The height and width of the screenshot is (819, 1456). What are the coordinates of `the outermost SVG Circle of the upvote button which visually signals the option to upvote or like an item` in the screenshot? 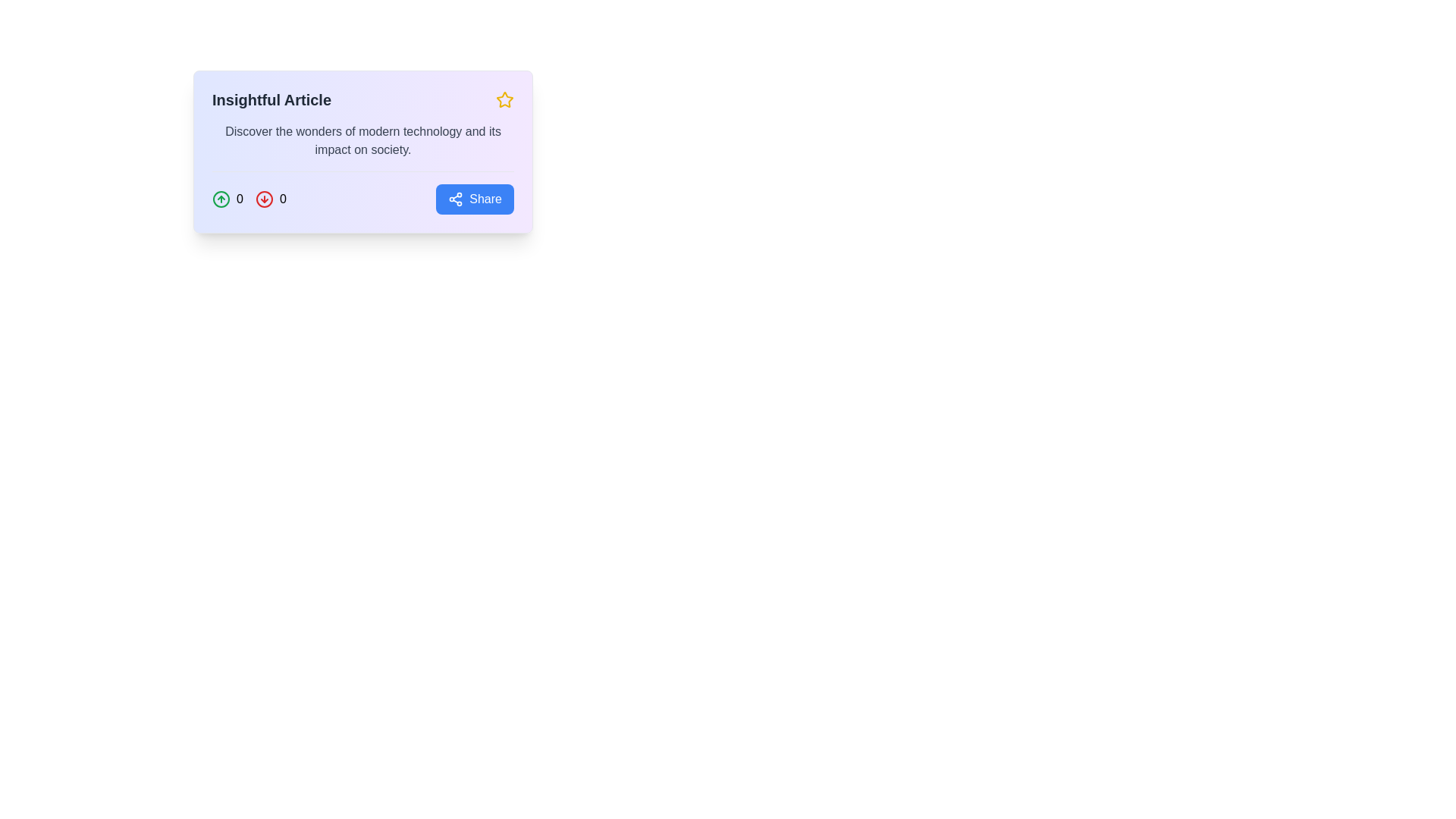 It's located at (221, 198).